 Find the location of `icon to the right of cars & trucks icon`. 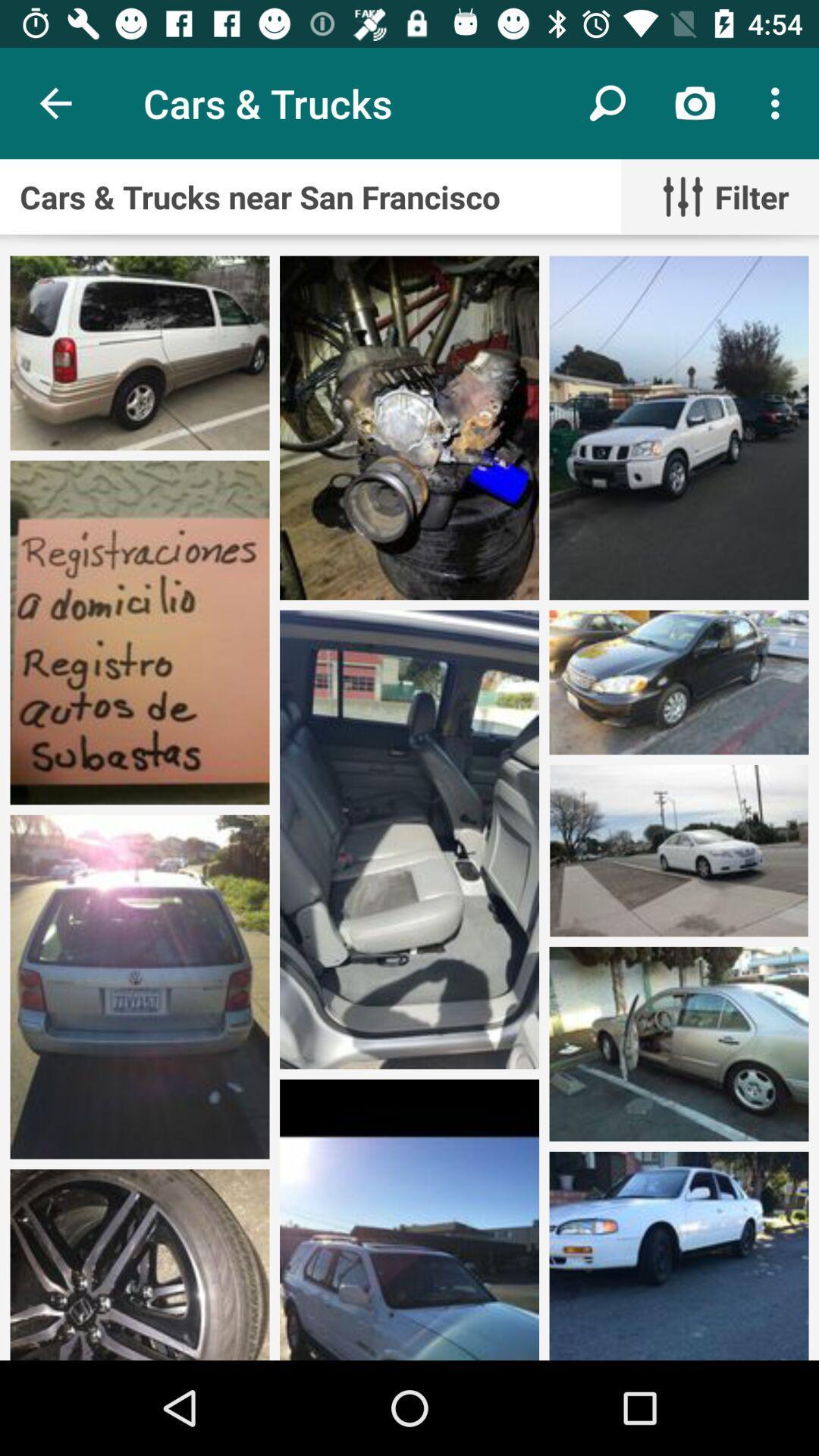

icon to the right of cars & trucks icon is located at coordinates (607, 102).